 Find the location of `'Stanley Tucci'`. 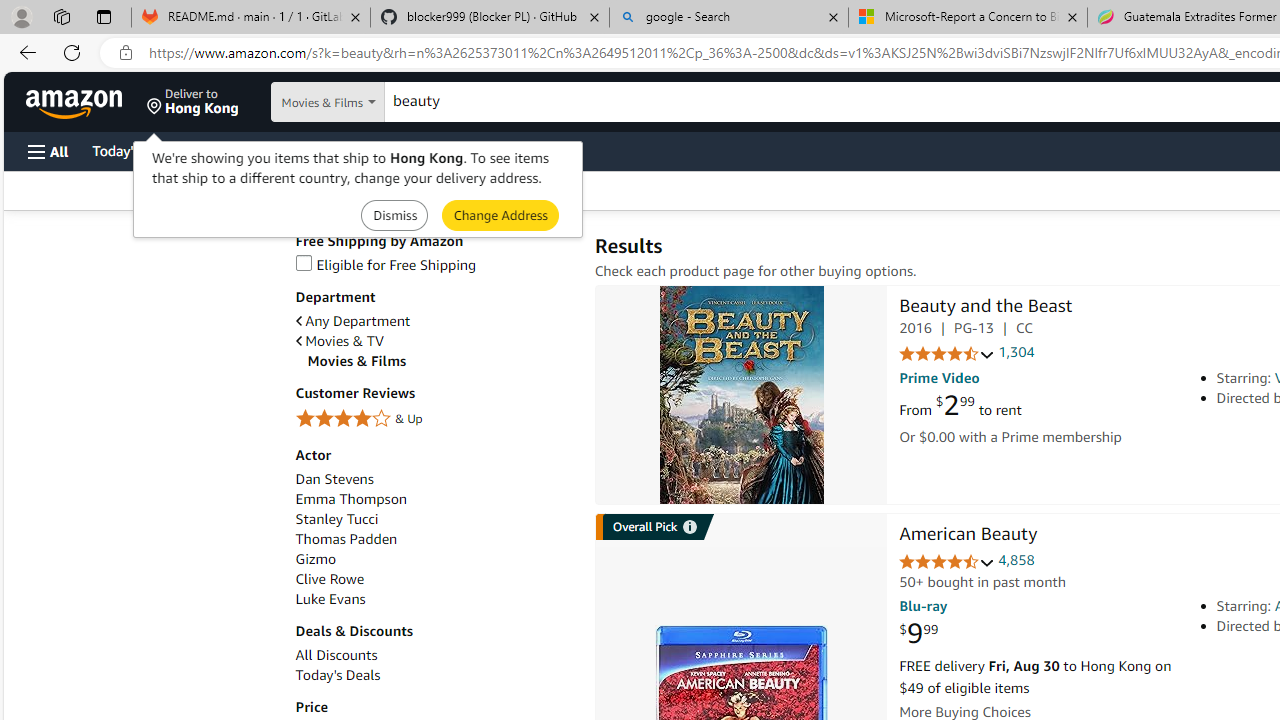

'Stanley Tucci' is located at coordinates (433, 518).